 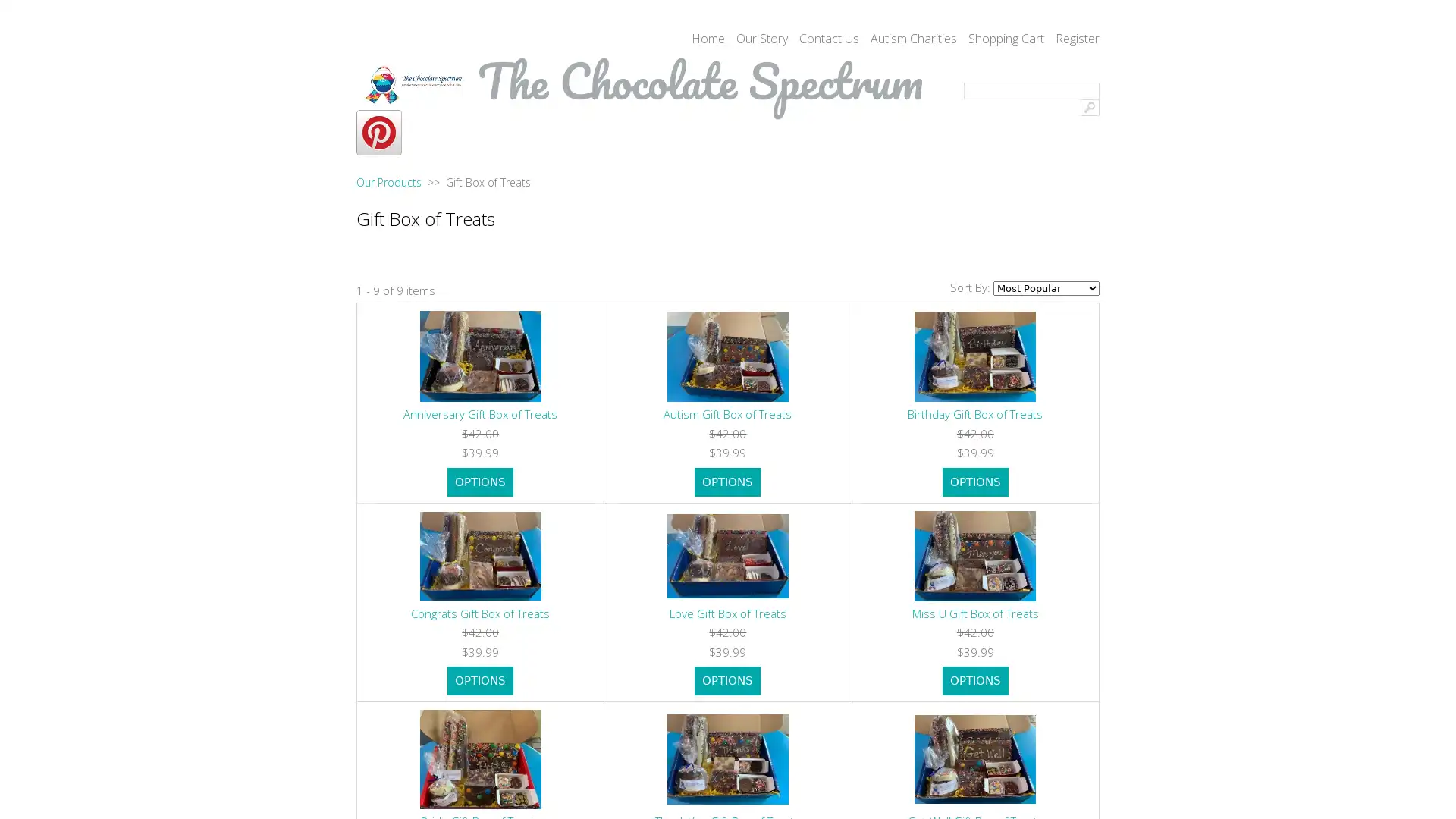 What do you see at coordinates (974, 680) in the screenshot?
I see `Options` at bounding box center [974, 680].